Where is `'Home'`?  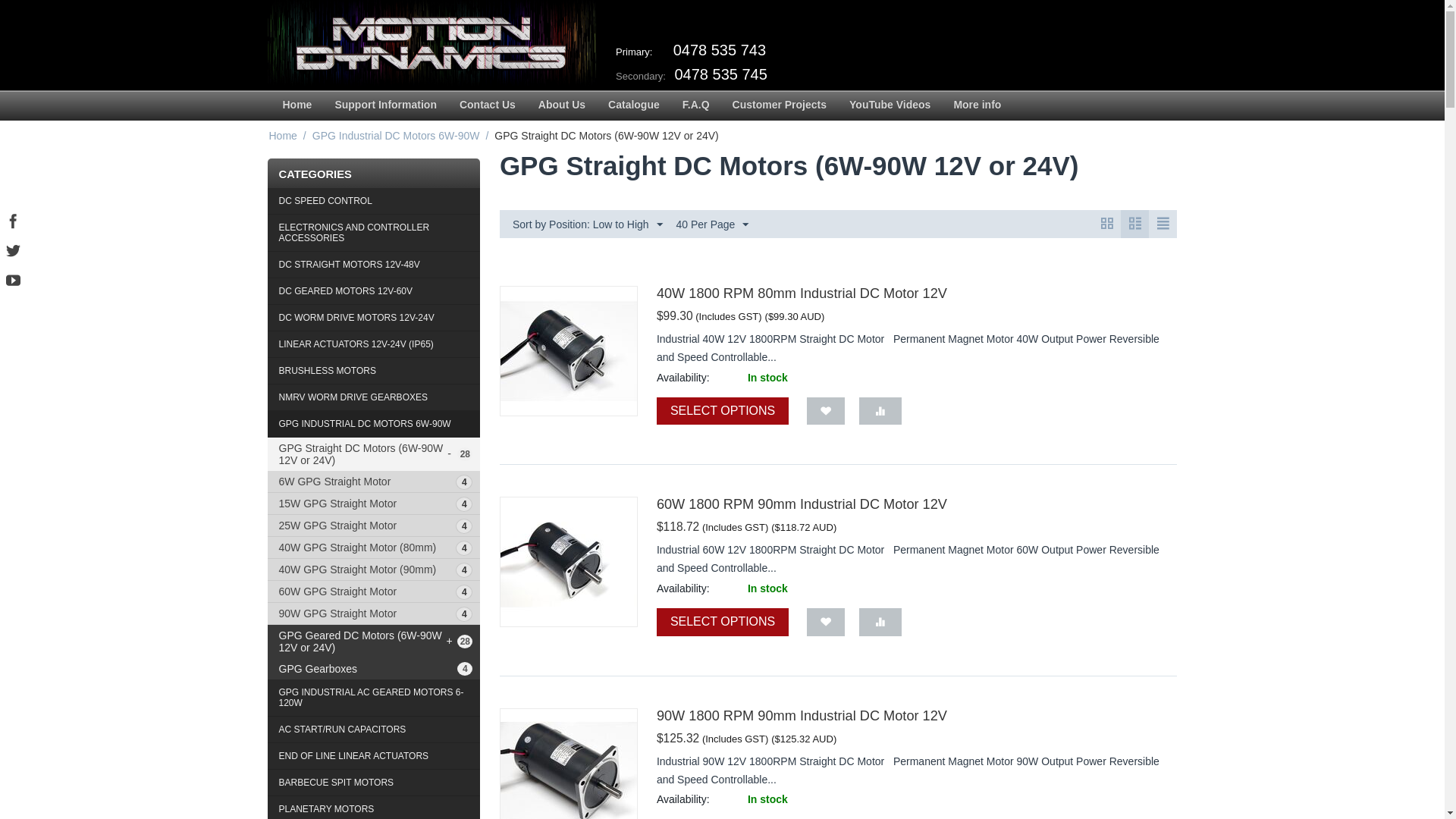
'Home' is located at coordinates (271, 105).